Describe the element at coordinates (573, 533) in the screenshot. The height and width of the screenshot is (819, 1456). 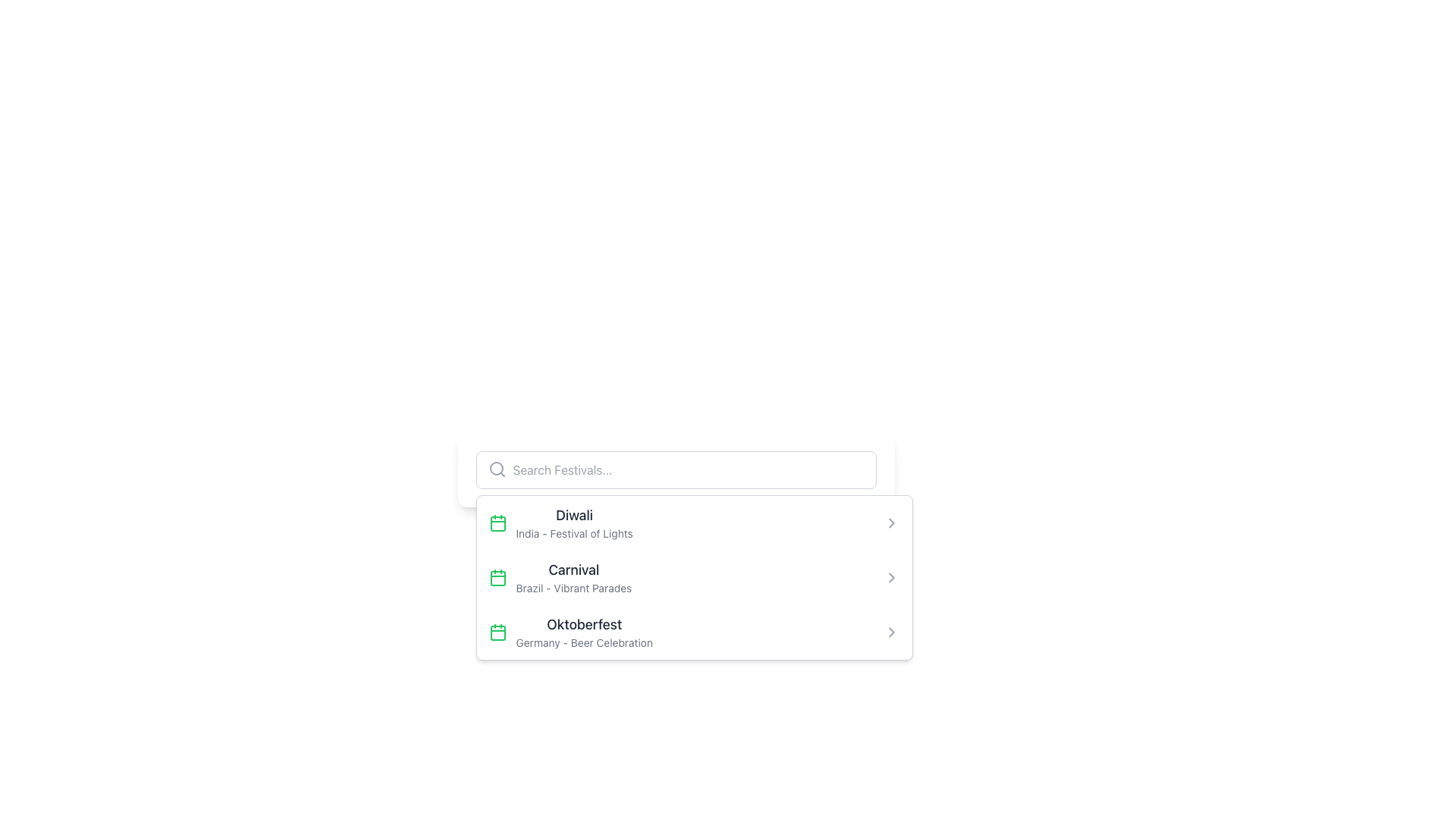
I see `the text label providing additional descriptive information about the main entry 'Diwali', which is positioned directly below the 'Diwali' label in the central-right area of the interface` at that location.